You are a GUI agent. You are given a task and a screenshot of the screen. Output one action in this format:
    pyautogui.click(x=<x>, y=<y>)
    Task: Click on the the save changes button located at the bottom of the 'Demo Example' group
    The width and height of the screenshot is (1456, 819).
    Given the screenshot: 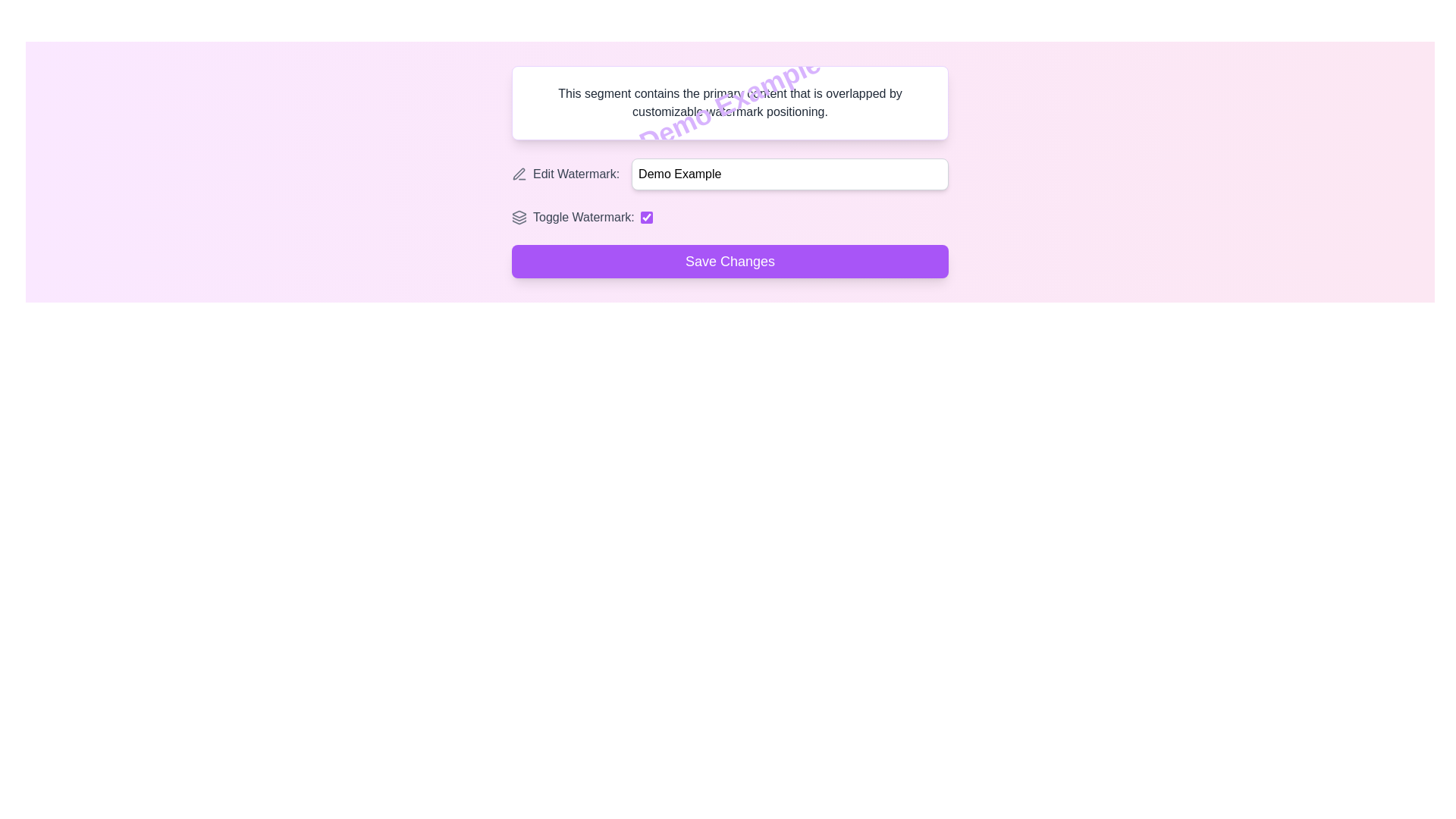 What is the action you would take?
    pyautogui.click(x=730, y=260)
    